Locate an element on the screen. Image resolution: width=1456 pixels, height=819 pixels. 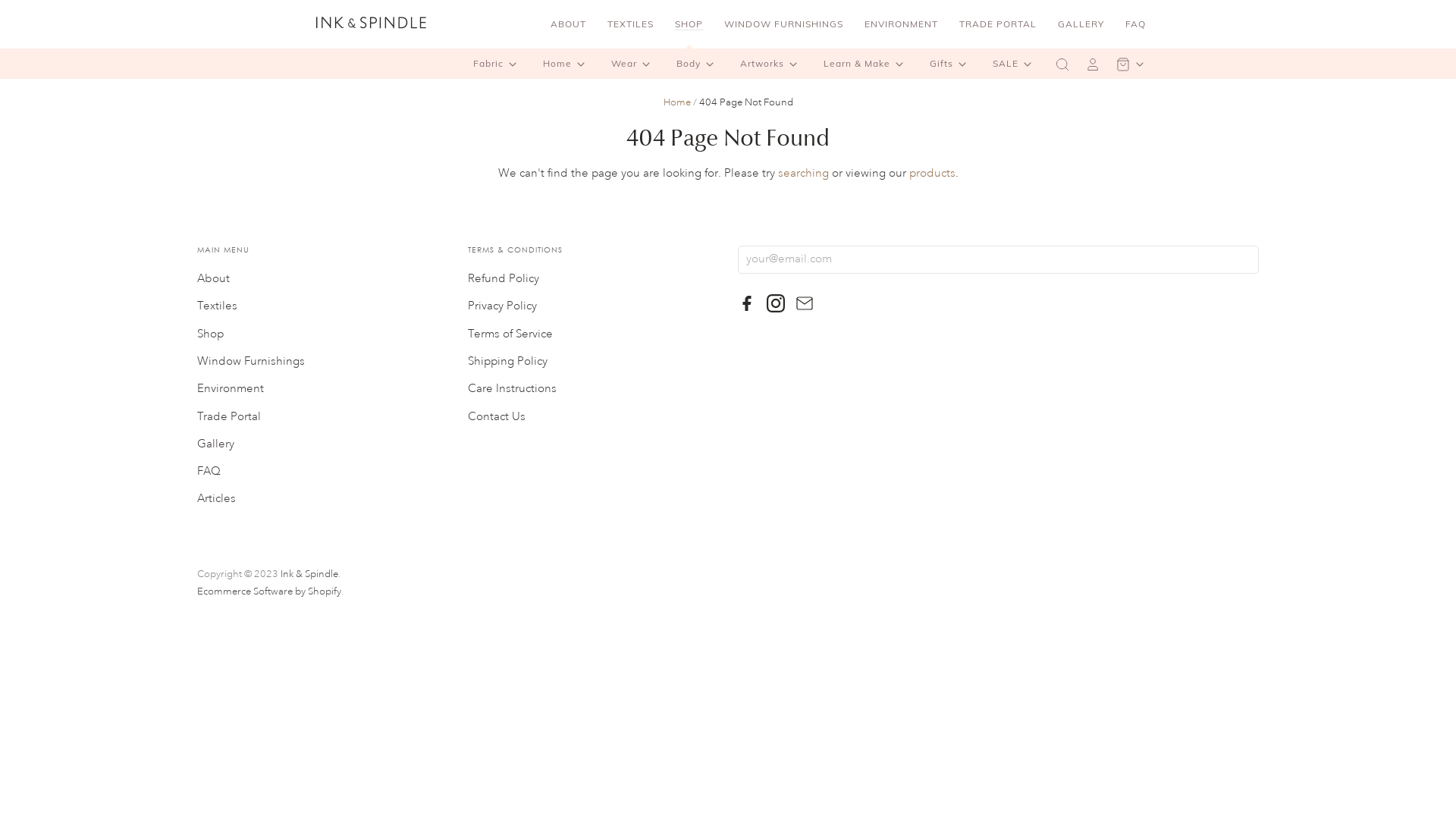
'Terms of Service' is located at coordinates (510, 333).